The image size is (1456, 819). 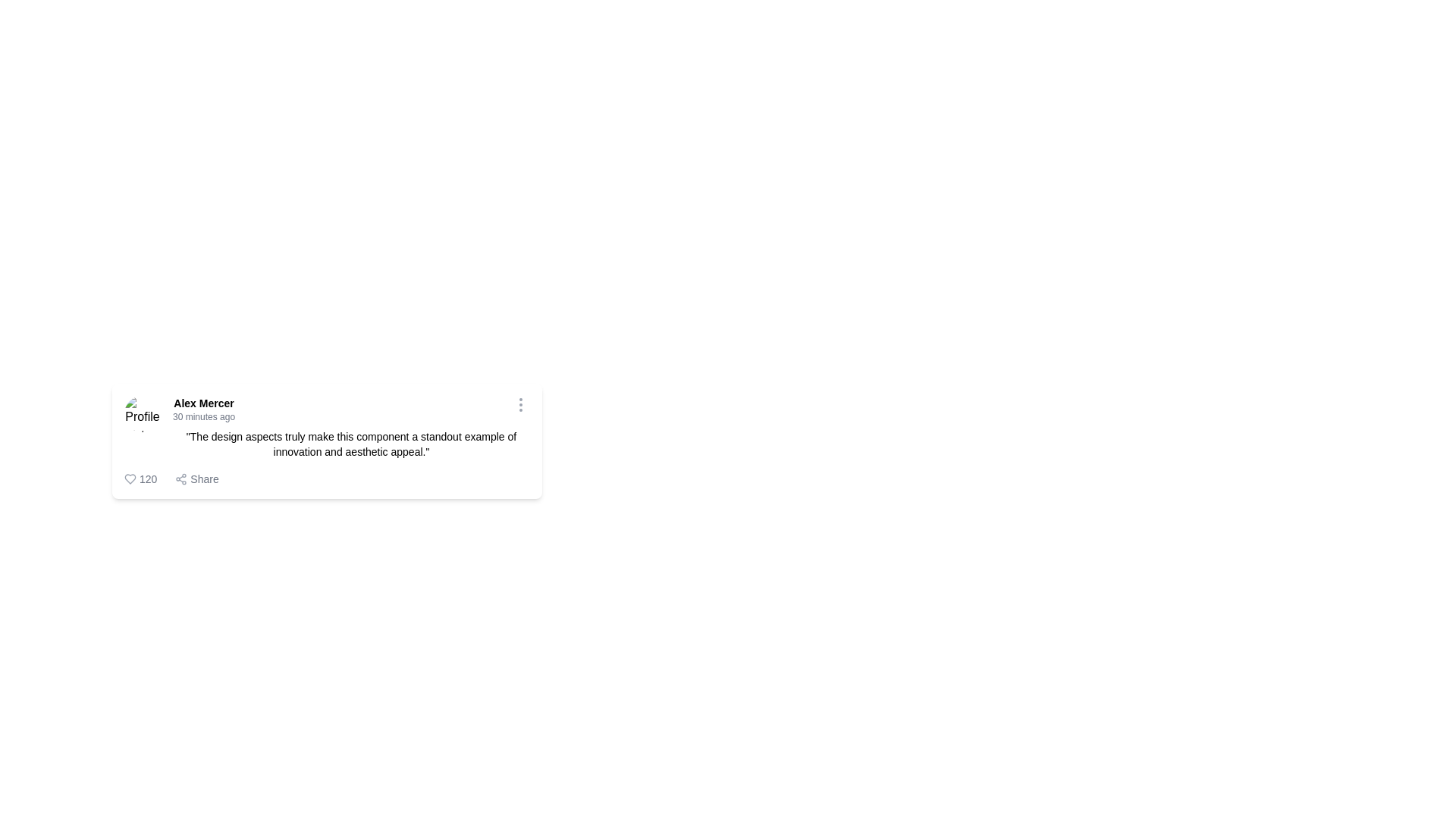 I want to click on the 'like' or 'favorite' icon located to the left of the numeric text '120' in the section that contains a numeric value and a 'Share' text, so click(x=130, y=479).